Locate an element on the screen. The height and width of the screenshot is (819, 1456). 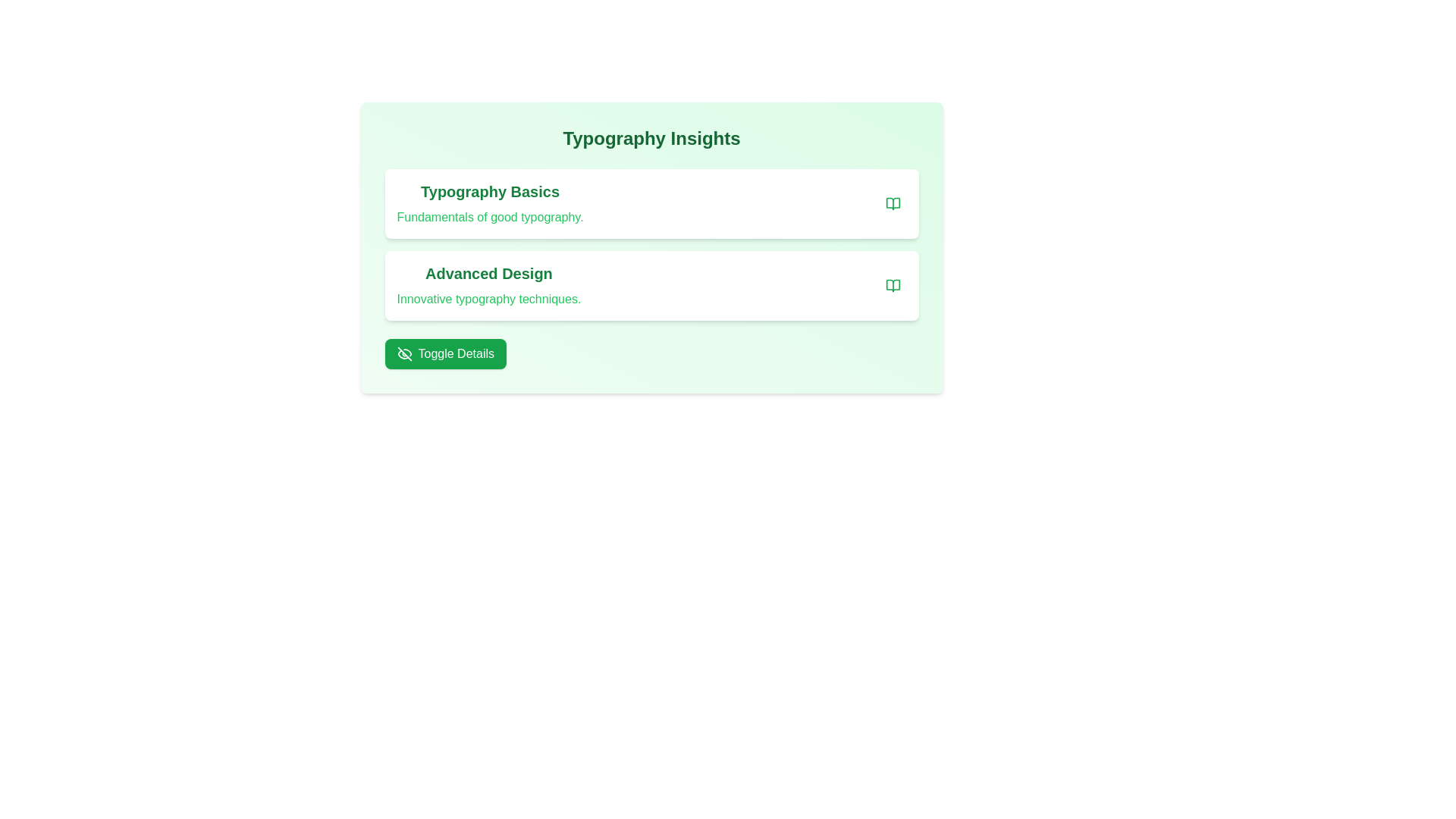
the typography section titles or buttons for interactions, which is located below the 'Typography Insights' heading and above a green toggle button is located at coordinates (651, 247).